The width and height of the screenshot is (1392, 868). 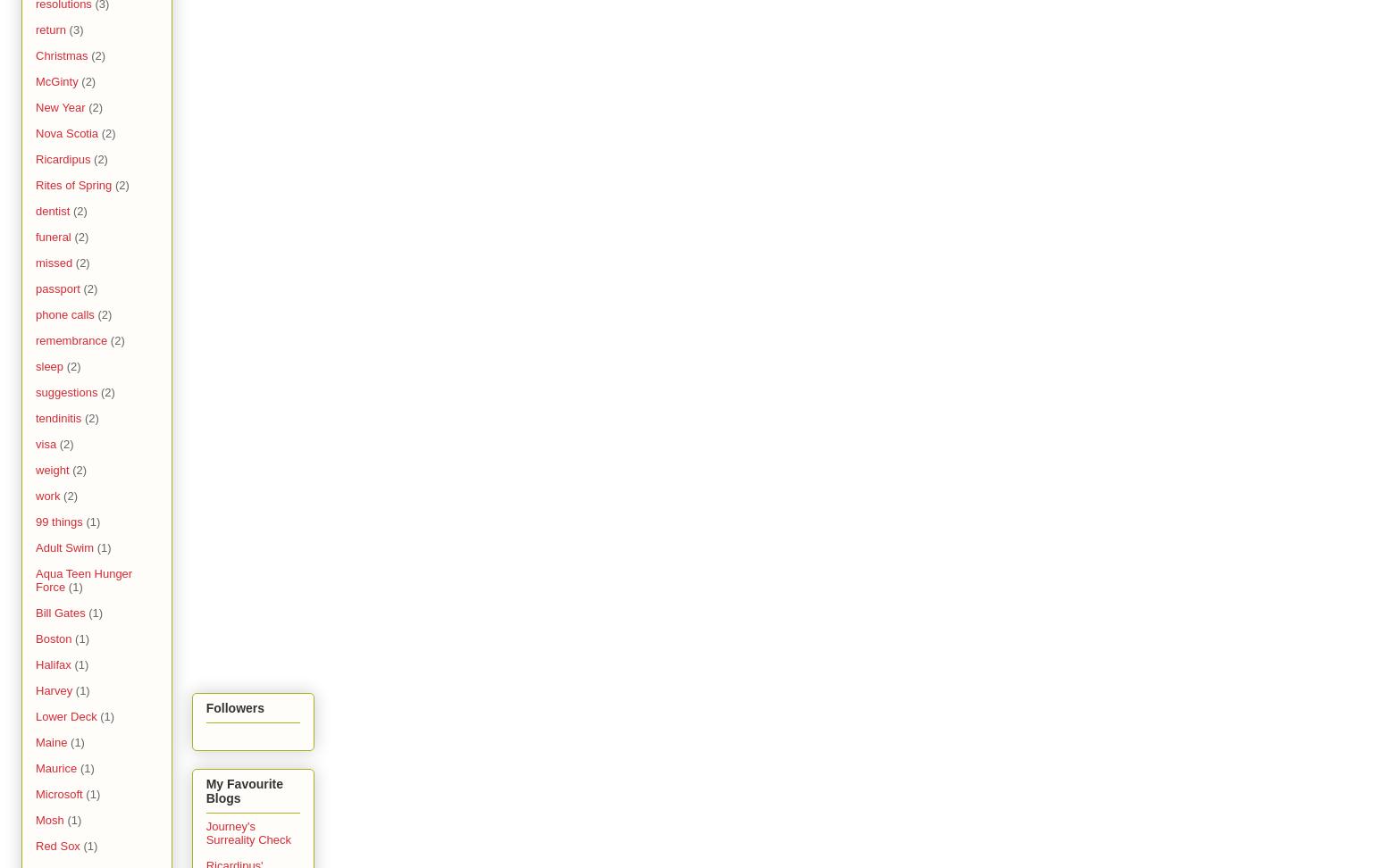 I want to click on '(3)', so click(x=75, y=29).